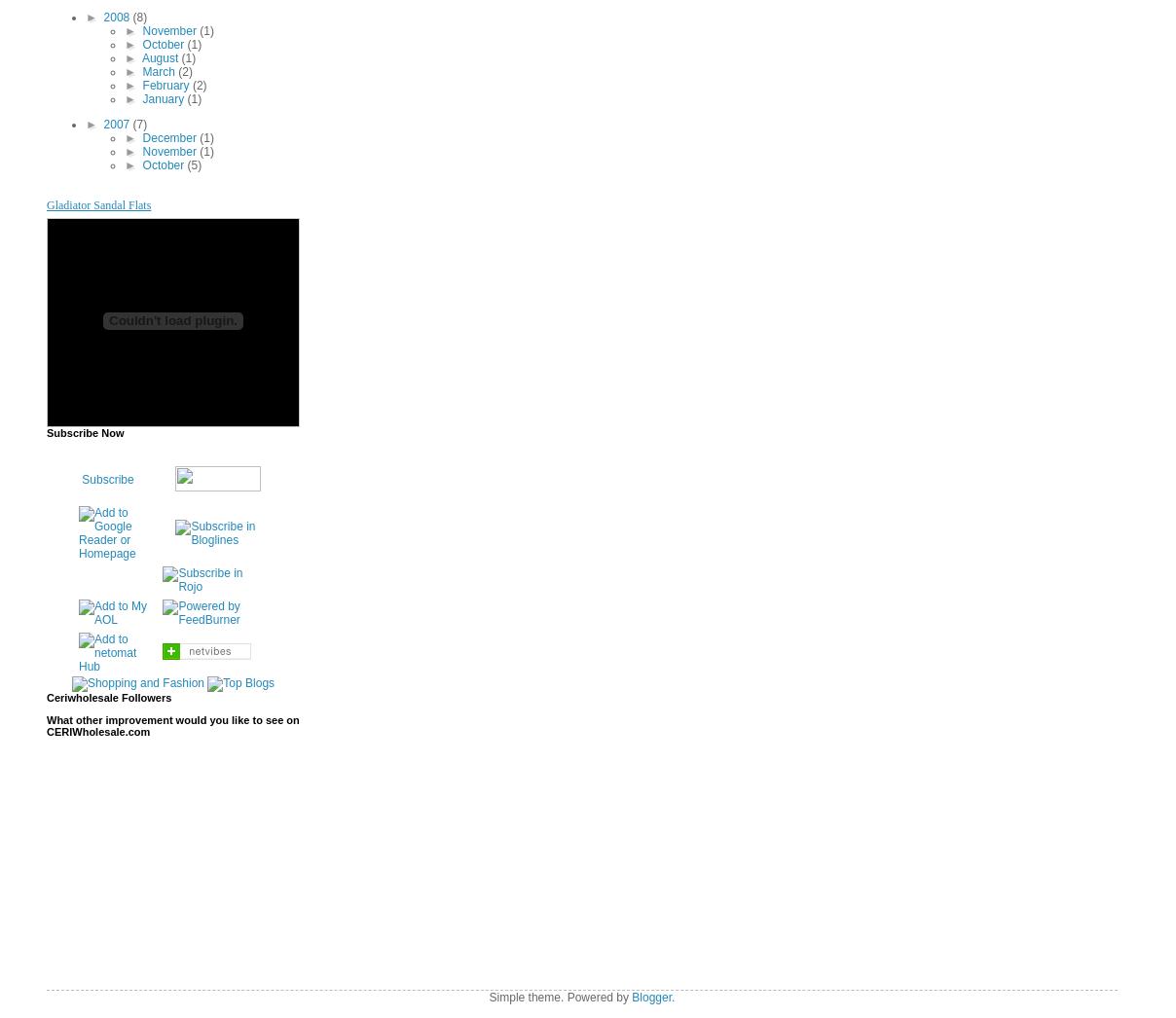 The height and width of the screenshot is (1018, 1176). I want to click on '(5)', so click(194, 164).